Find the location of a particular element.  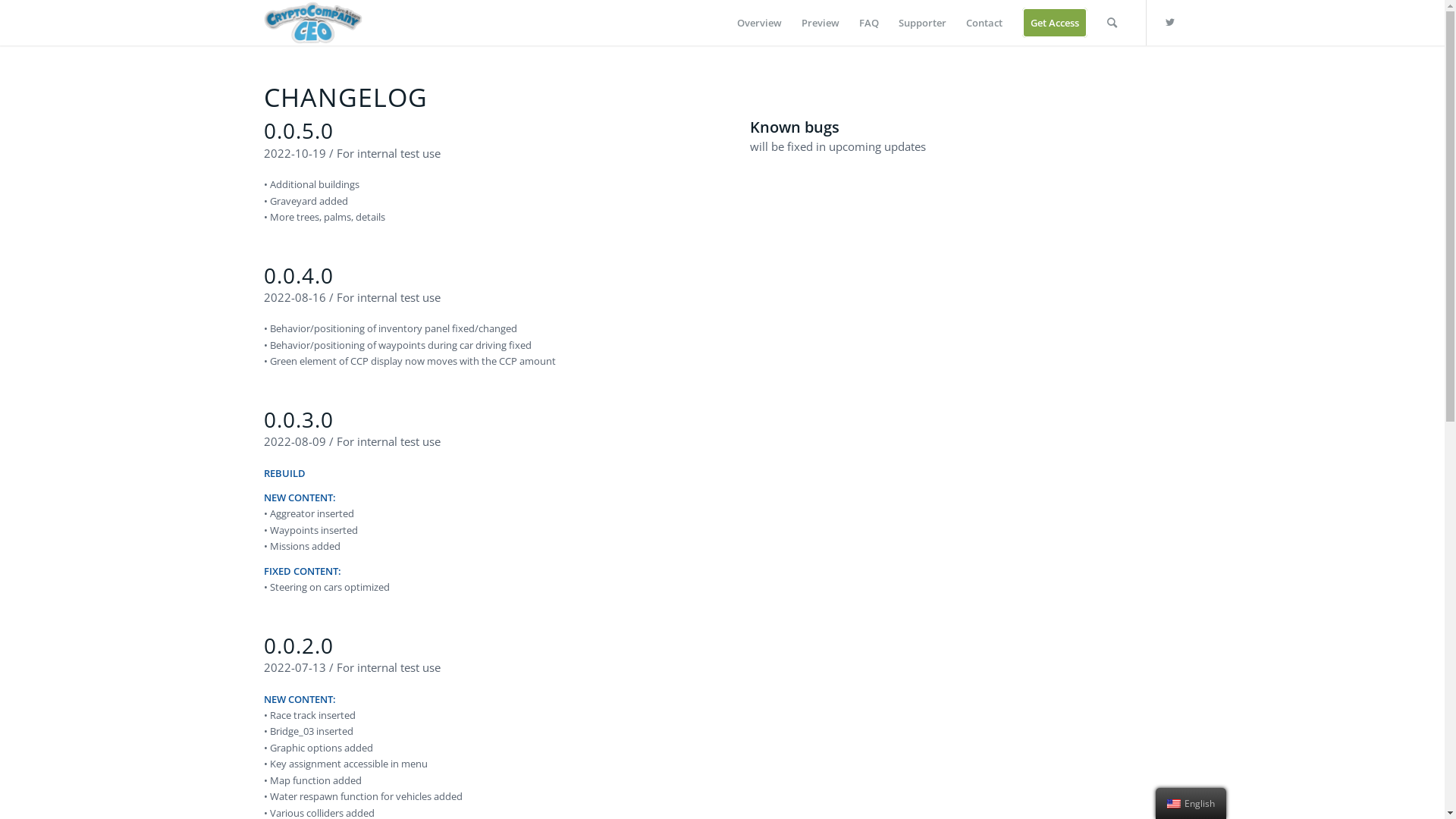

'Supporter' is located at coordinates (921, 23).